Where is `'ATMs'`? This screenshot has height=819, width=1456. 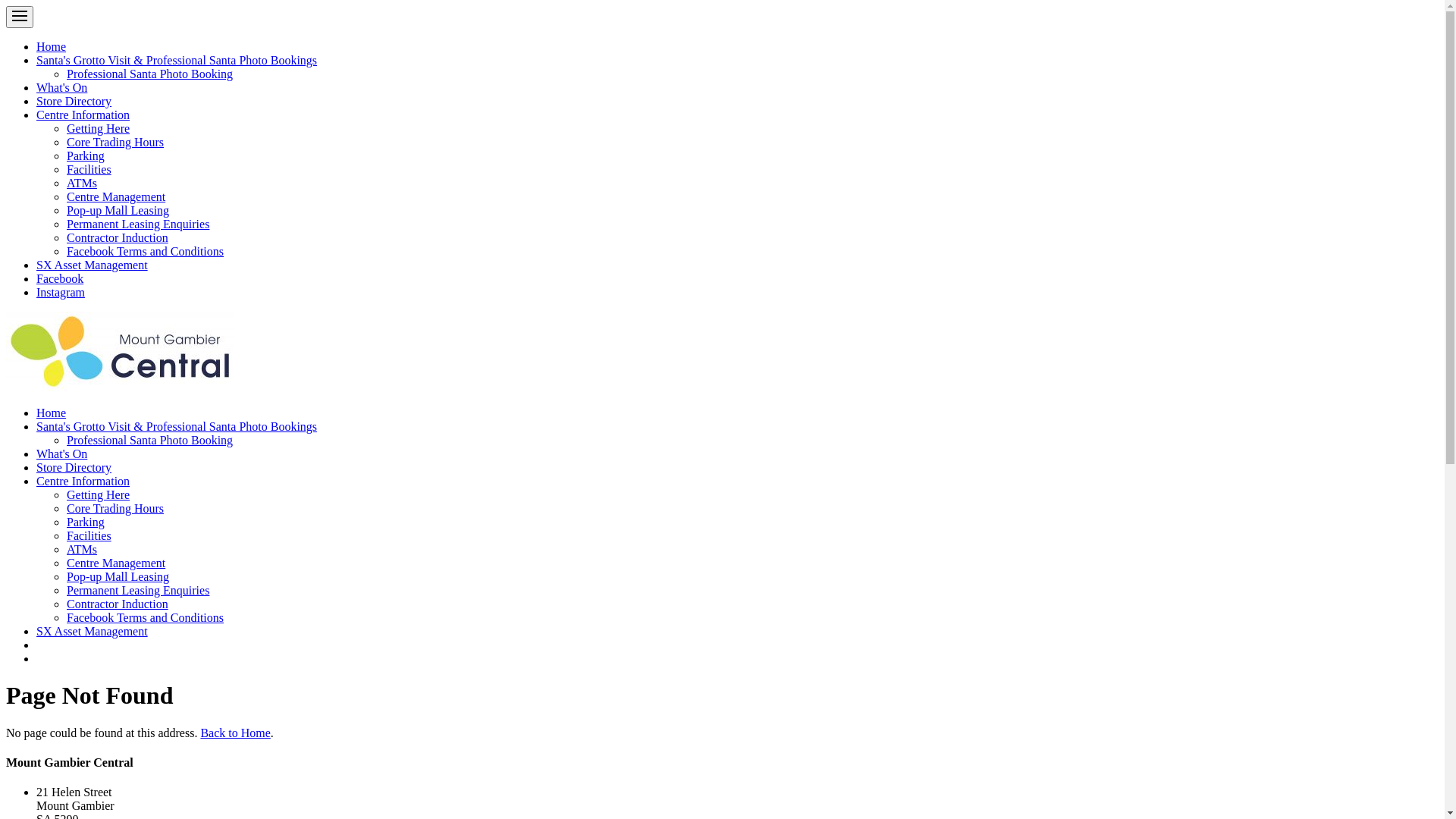 'ATMs' is located at coordinates (65, 549).